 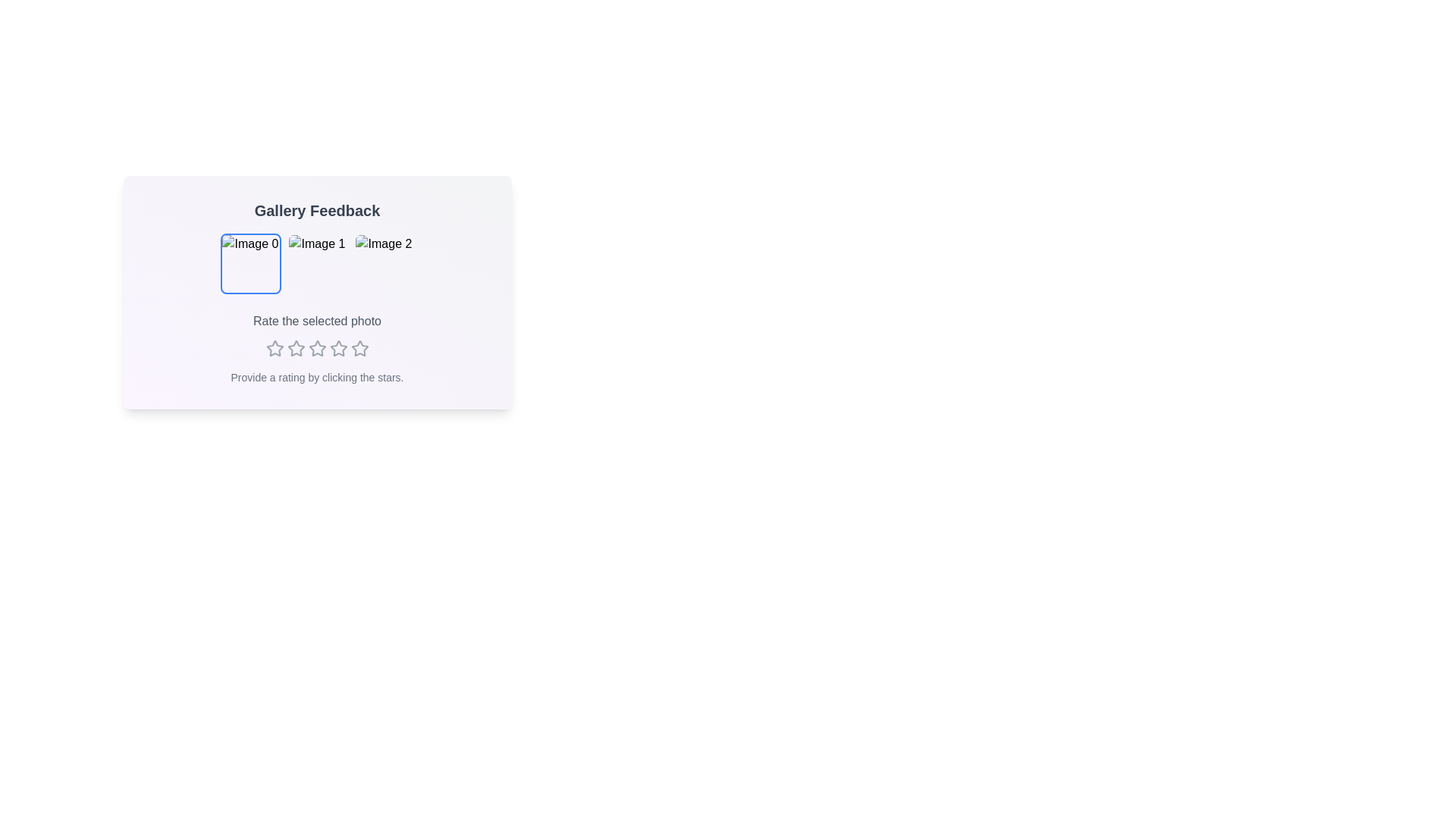 I want to click on the fifth star-shaped rating icon in the horizontal array, so click(x=359, y=348).